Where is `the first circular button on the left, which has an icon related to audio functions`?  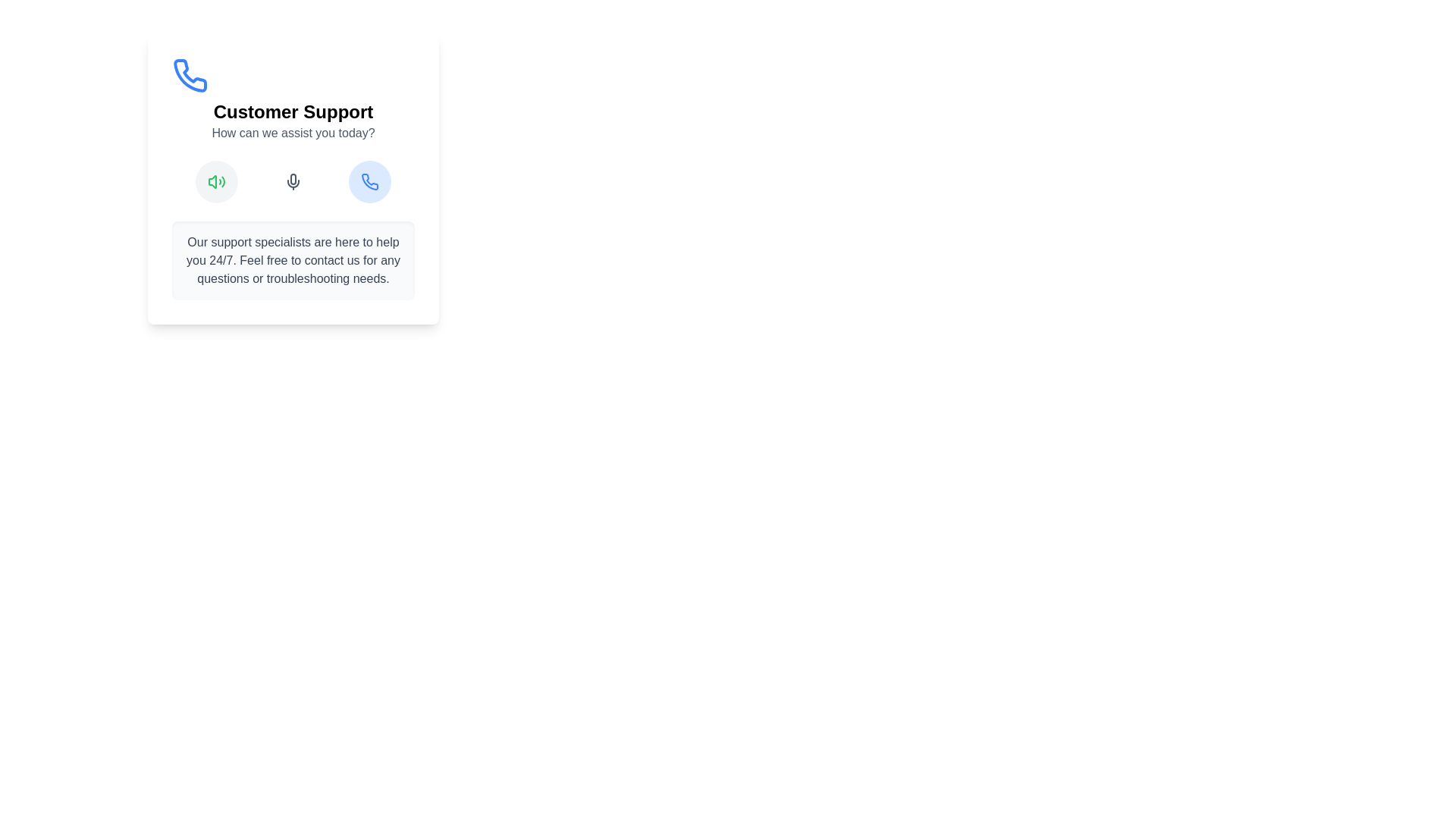 the first circular button on the left, which has an icon related to audio functions is located at coordinates (215, 180).